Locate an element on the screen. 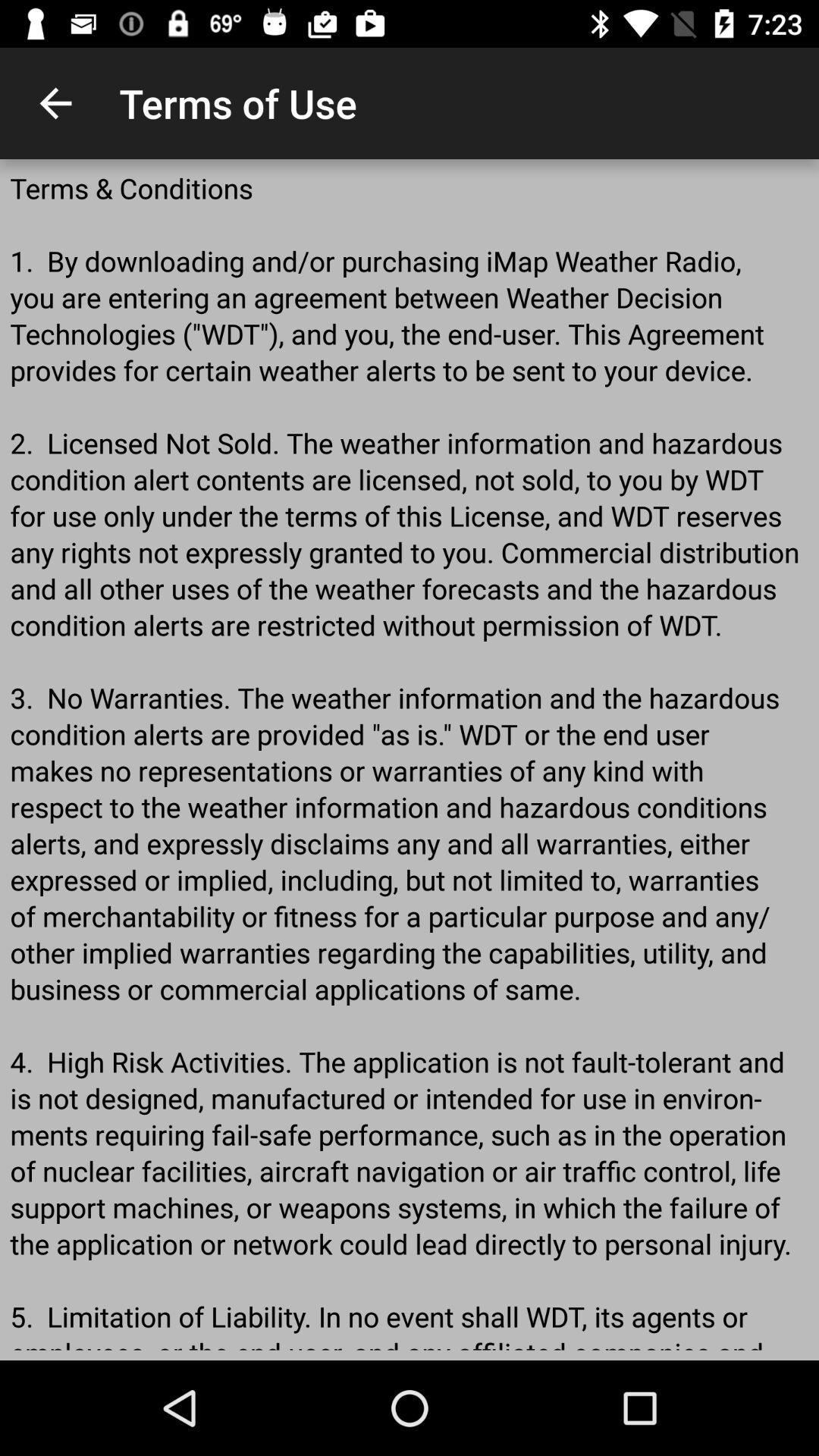 The image size is (819, 1456). the item above the terms conditions 1 item is located at coordinates (55, 102).